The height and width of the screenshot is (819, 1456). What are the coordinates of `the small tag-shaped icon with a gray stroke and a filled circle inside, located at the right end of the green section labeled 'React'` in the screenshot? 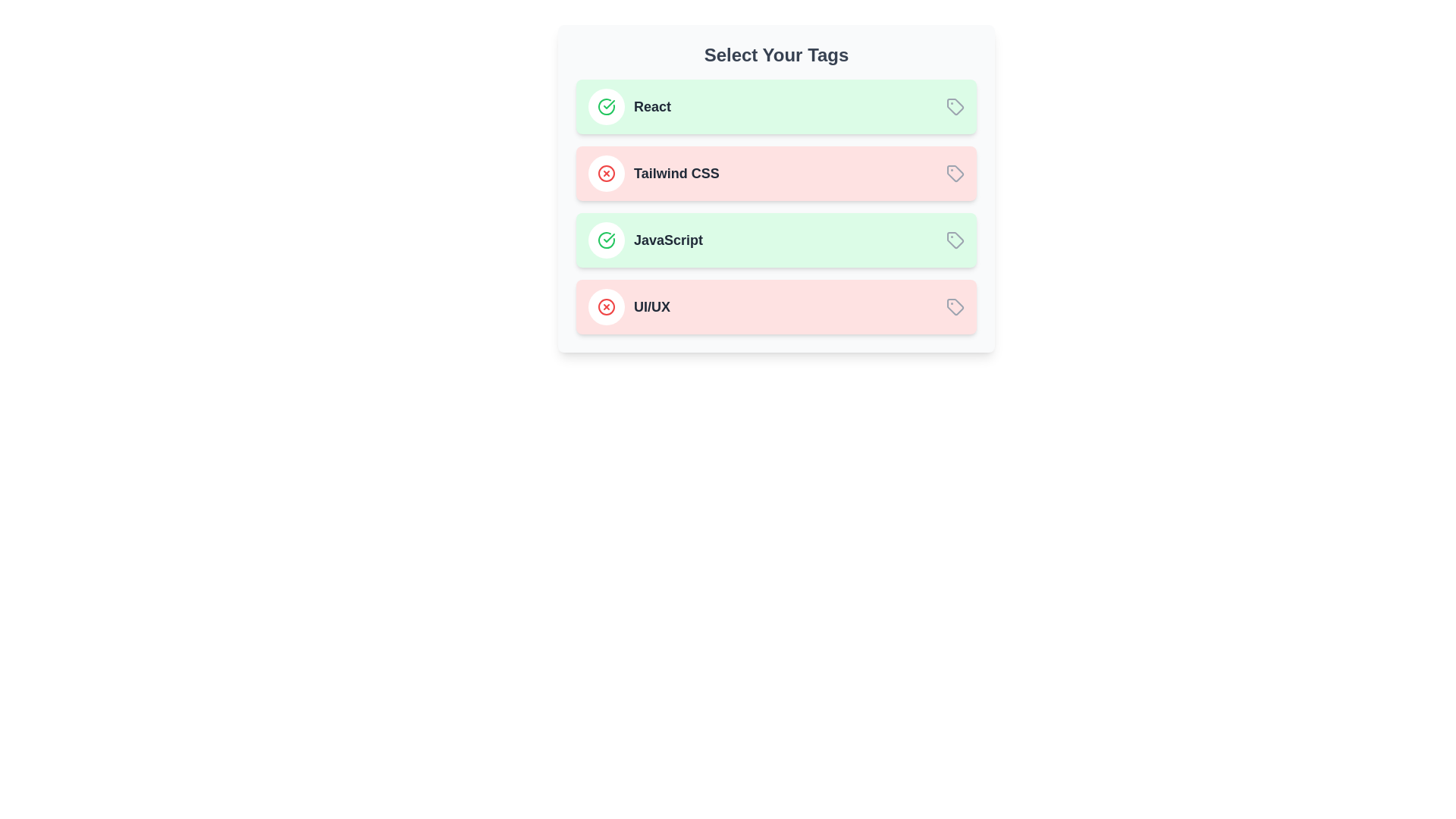 It's located at (954, 106).